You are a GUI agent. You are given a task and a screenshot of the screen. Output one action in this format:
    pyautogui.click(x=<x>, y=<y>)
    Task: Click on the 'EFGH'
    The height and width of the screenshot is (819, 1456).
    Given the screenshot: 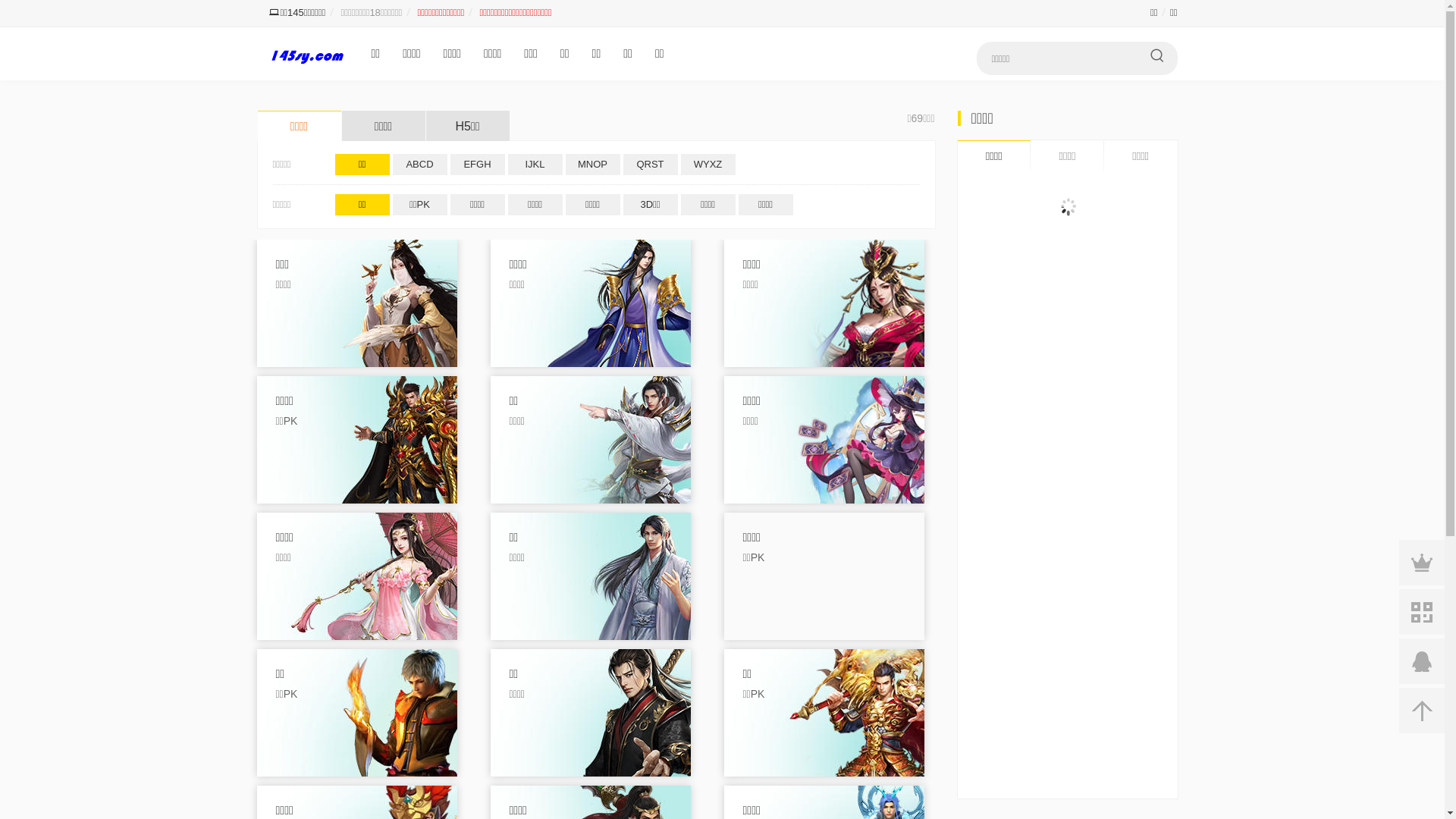 What is the action you would take?
    pyautogui.click(x=450, y=164)
    